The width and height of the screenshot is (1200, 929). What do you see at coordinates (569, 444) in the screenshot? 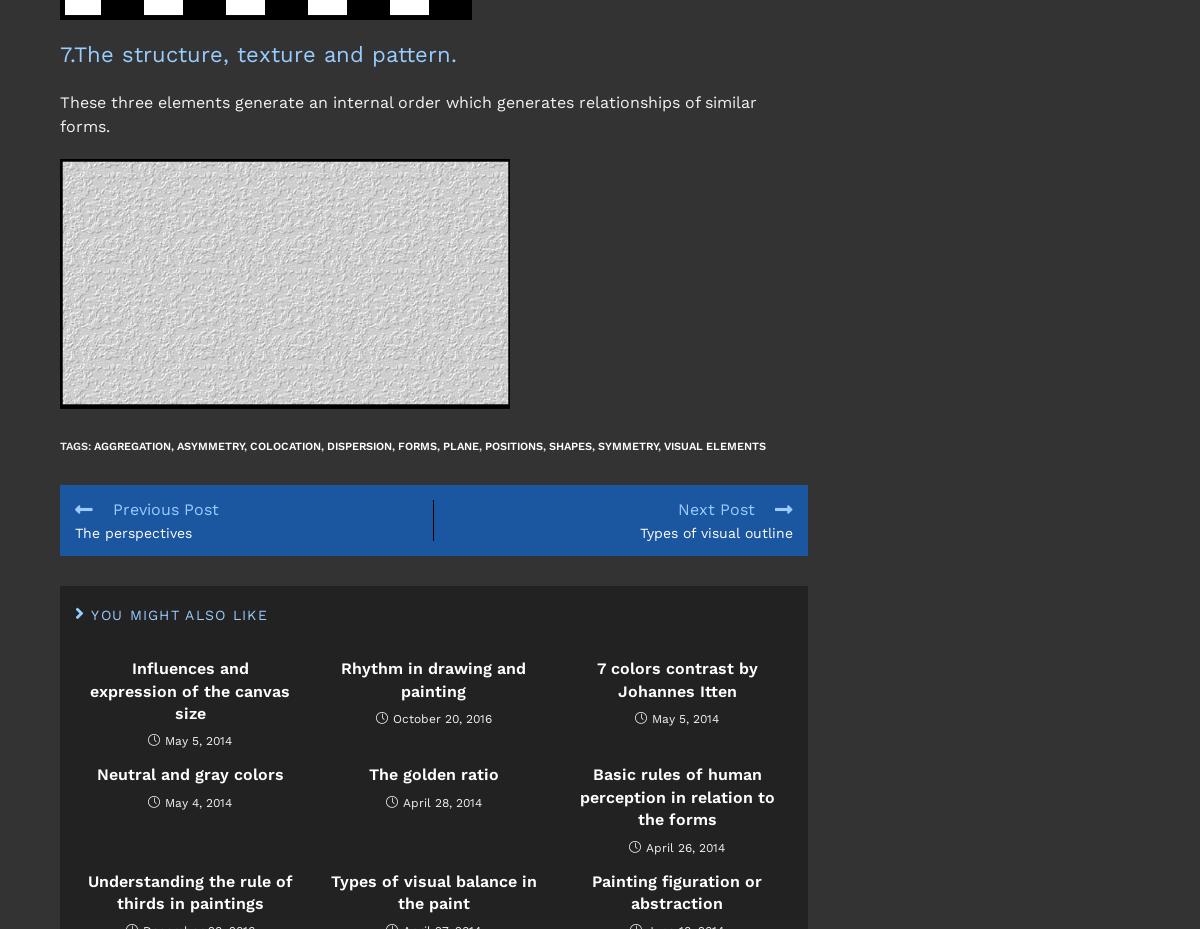
I see `'shapes'` at bounding box center [569, 444].